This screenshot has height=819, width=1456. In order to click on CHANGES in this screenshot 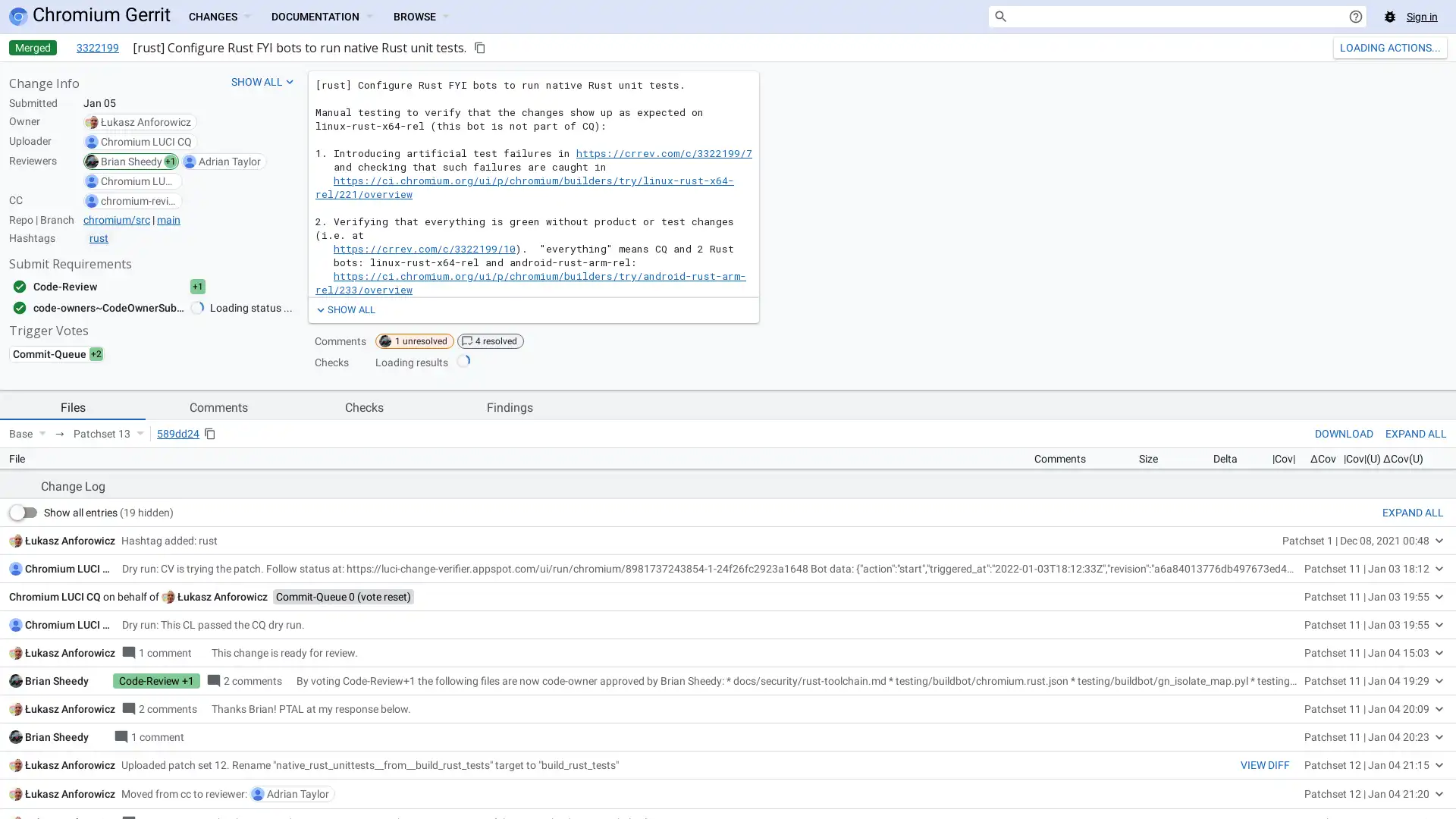, I will do `click(218, 17)`.